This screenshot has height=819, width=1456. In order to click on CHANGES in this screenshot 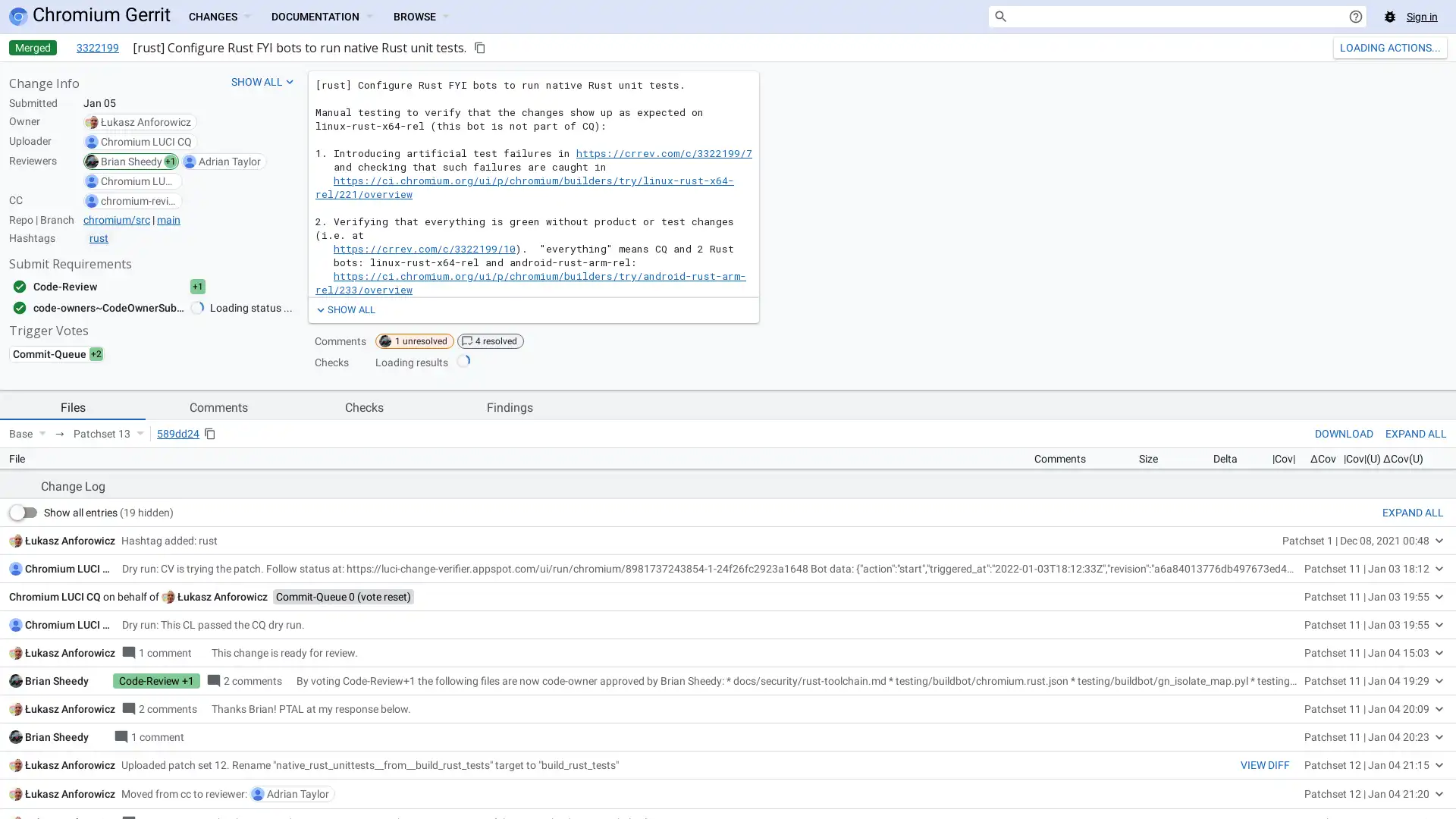, I will do `click(218, 17)`.